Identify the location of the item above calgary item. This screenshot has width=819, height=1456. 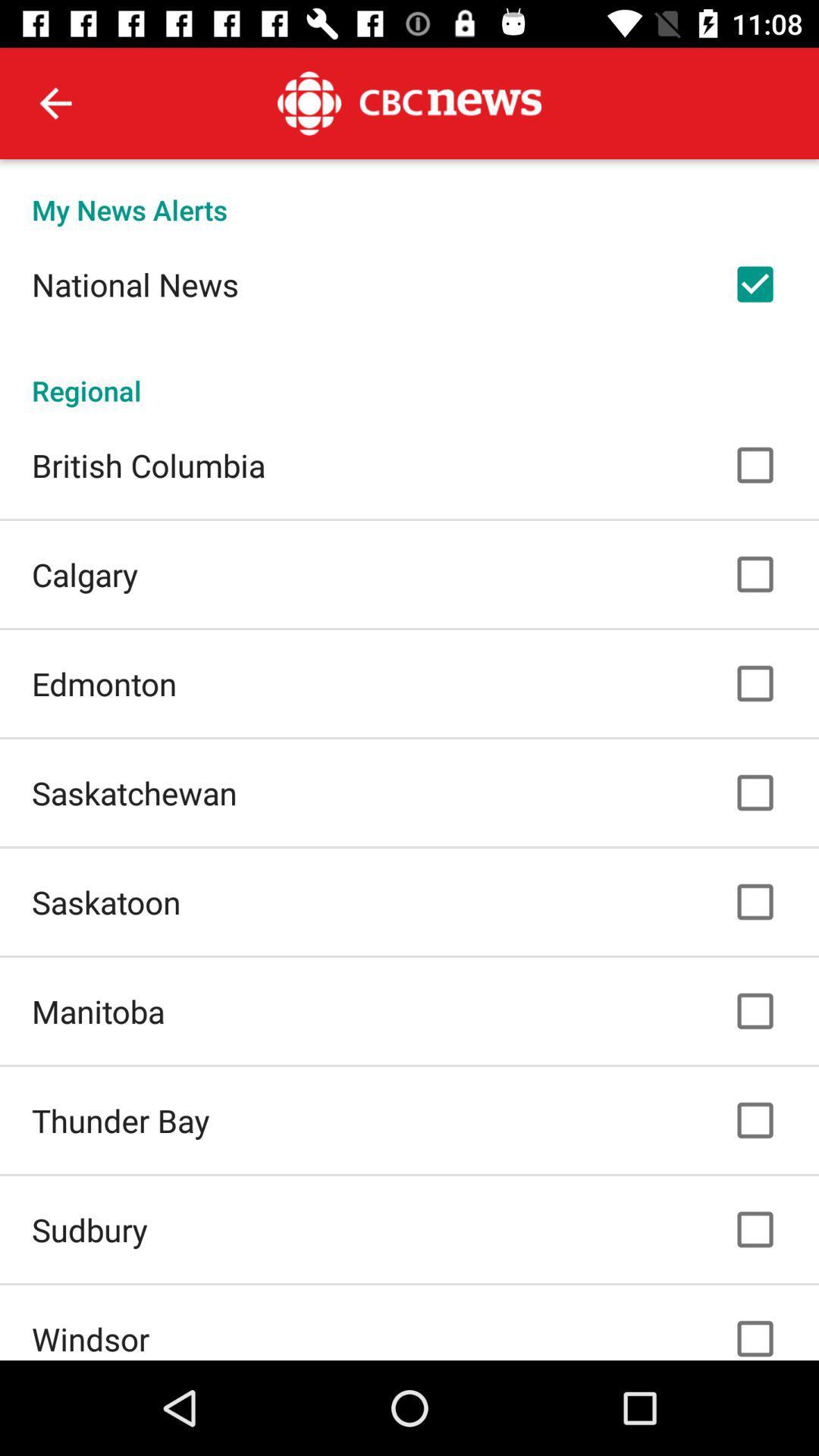
(149, 464).